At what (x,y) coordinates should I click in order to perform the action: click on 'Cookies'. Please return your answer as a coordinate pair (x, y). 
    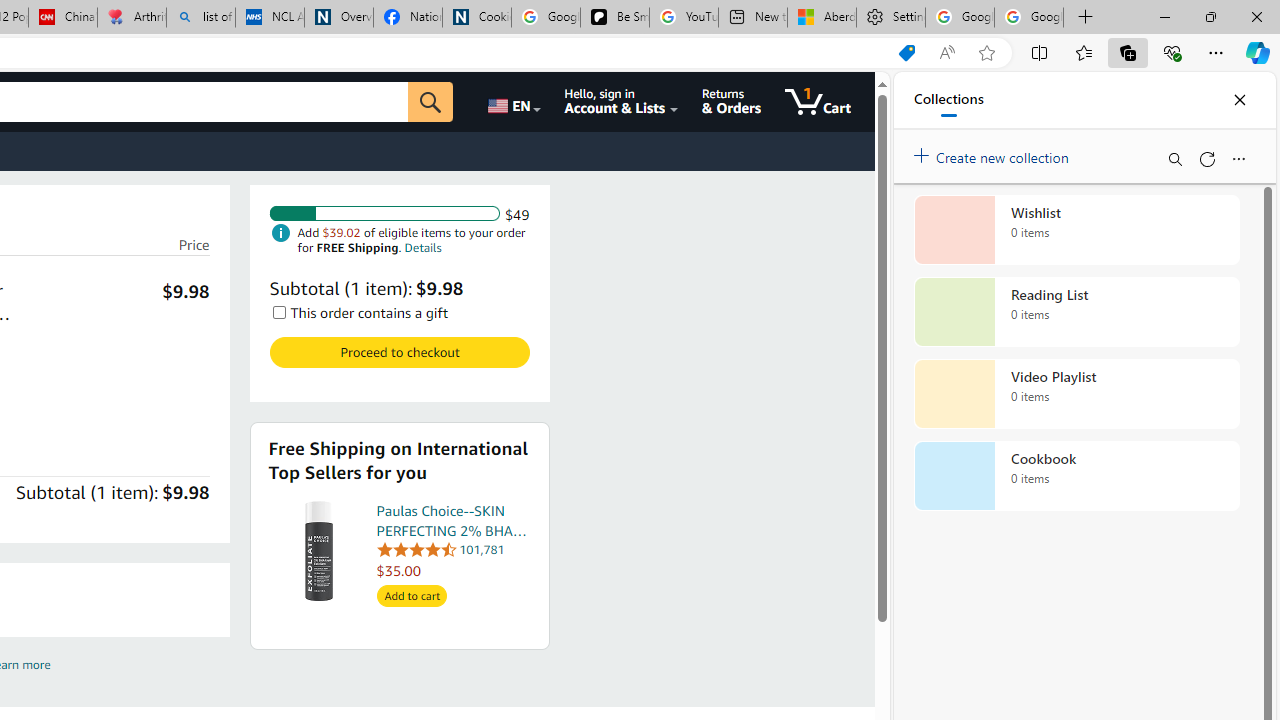
    Looking at the image, I should click on (475, 17).